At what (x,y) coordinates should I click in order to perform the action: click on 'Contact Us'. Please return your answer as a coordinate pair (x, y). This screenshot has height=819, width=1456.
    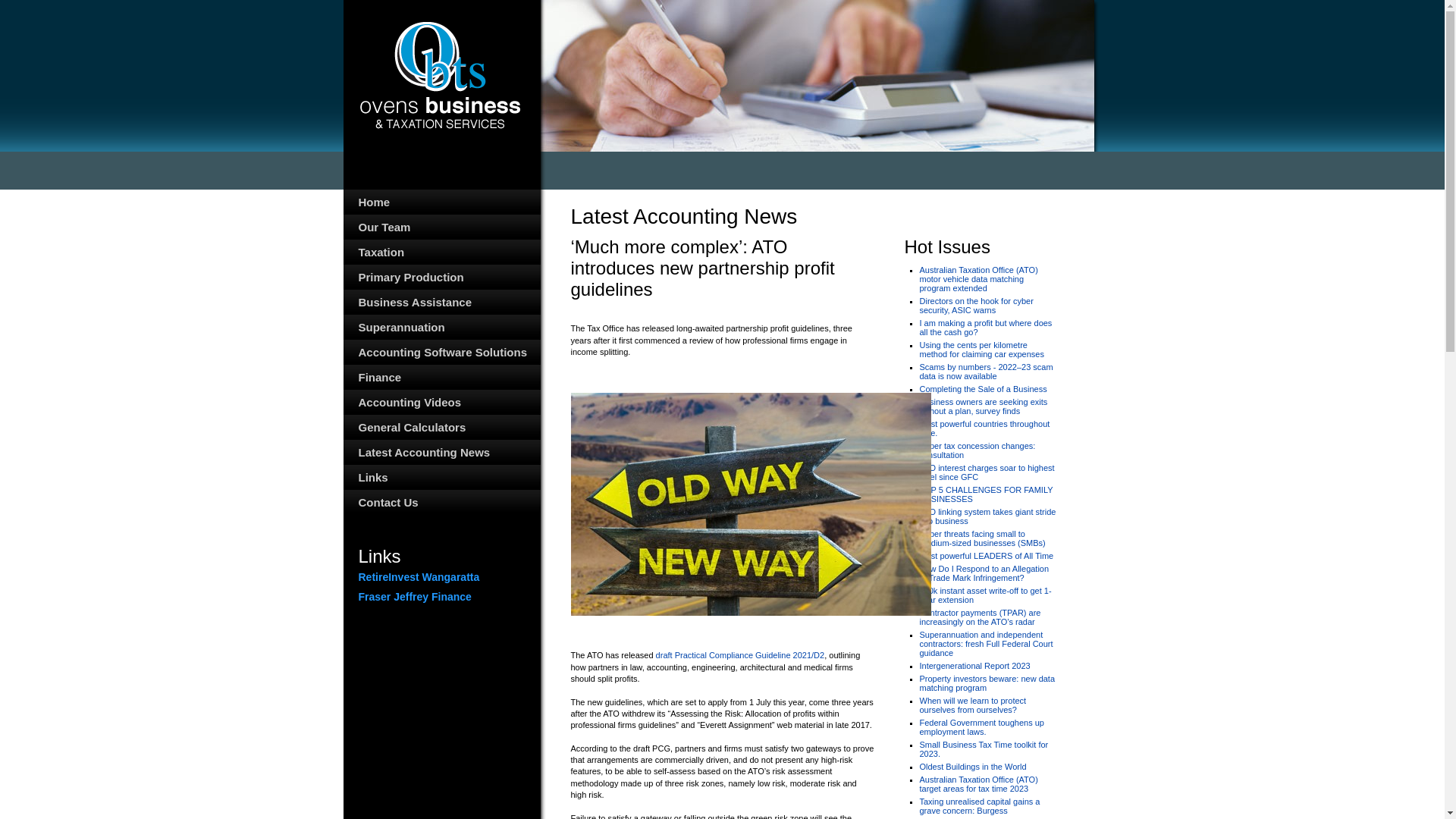
    Looking at the image, I should click on (440, 502).